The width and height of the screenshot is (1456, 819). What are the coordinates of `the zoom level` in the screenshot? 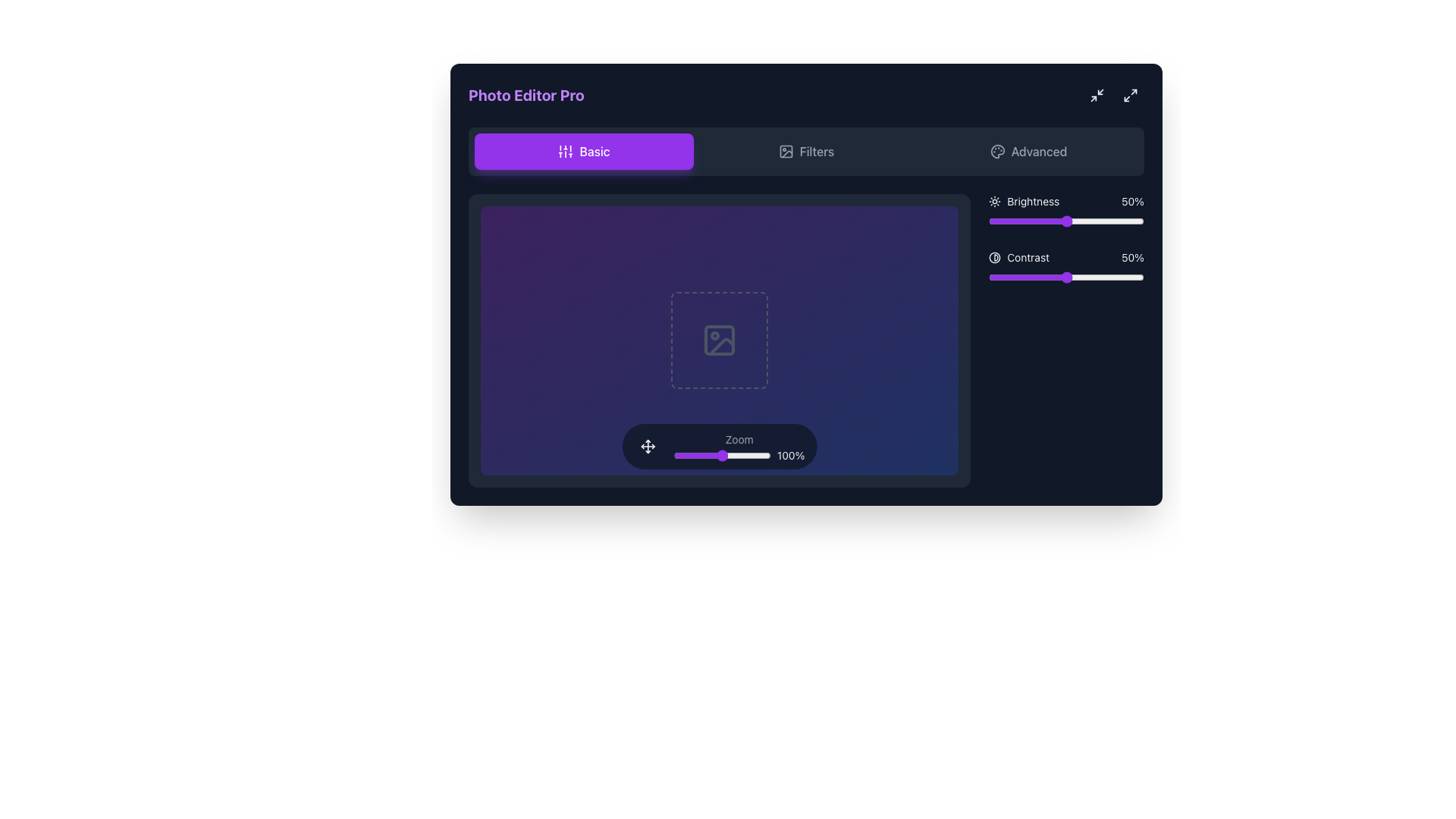 It's located at (682, 454).